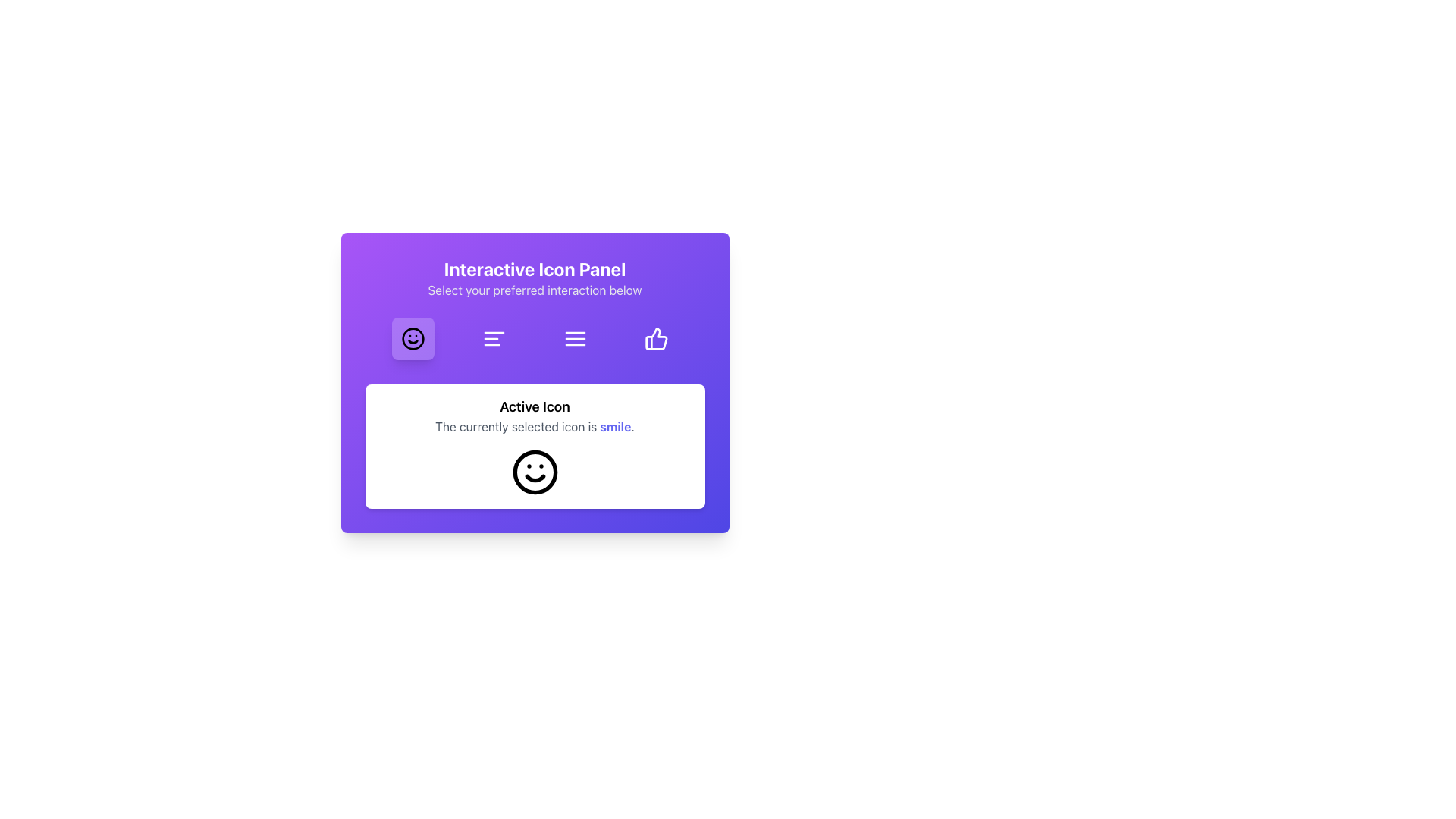 This screenshot has height=819, width=1456. Describe the element at coordinates (535, 472) in the screenshot. I see `the smiley face icon located within the 'Active Icon' box, which is centrally positioned below the 'Interactive Icon Panel.'` at that location.